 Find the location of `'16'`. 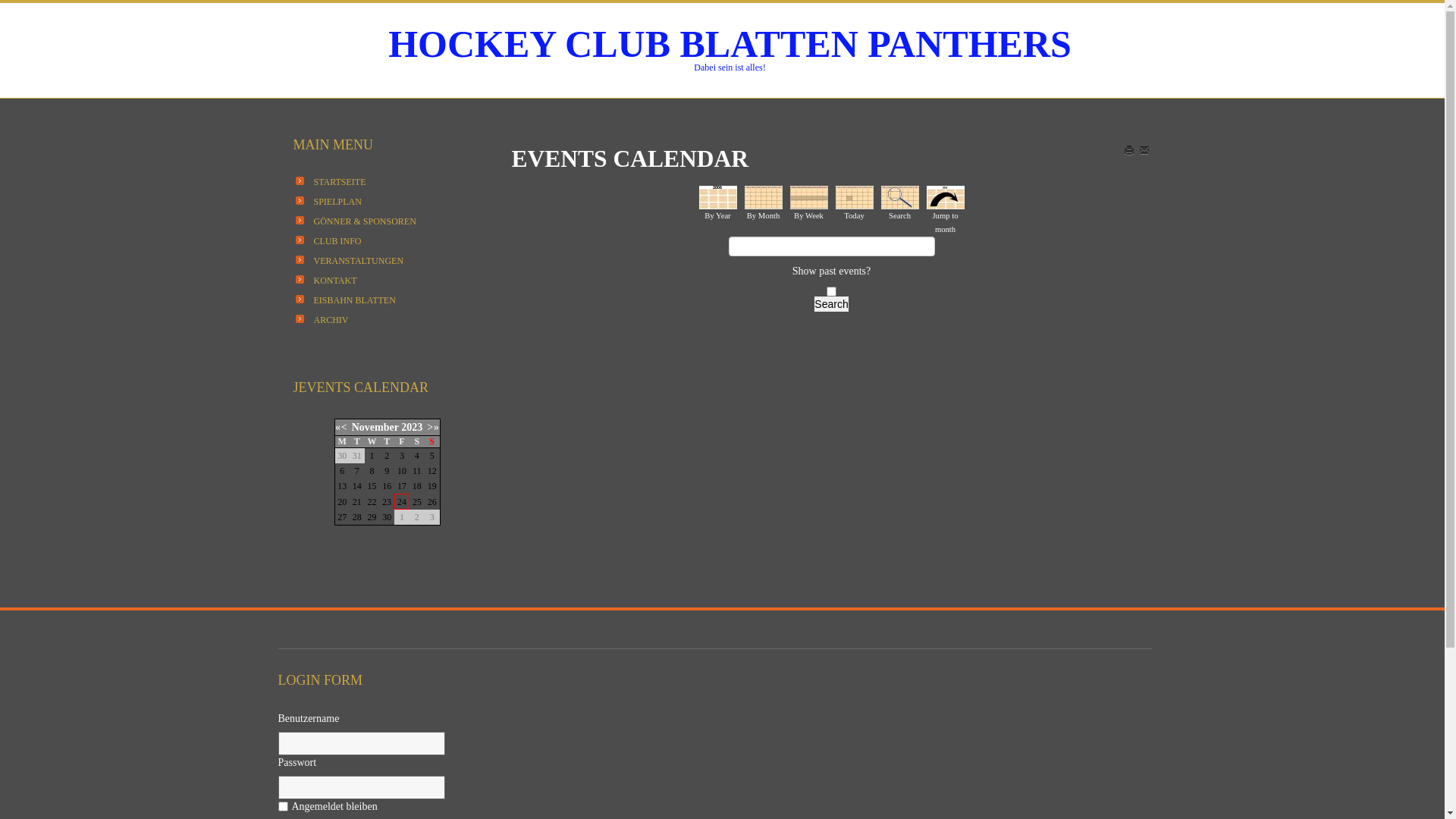

'16' is located at coordinates (386, 485).